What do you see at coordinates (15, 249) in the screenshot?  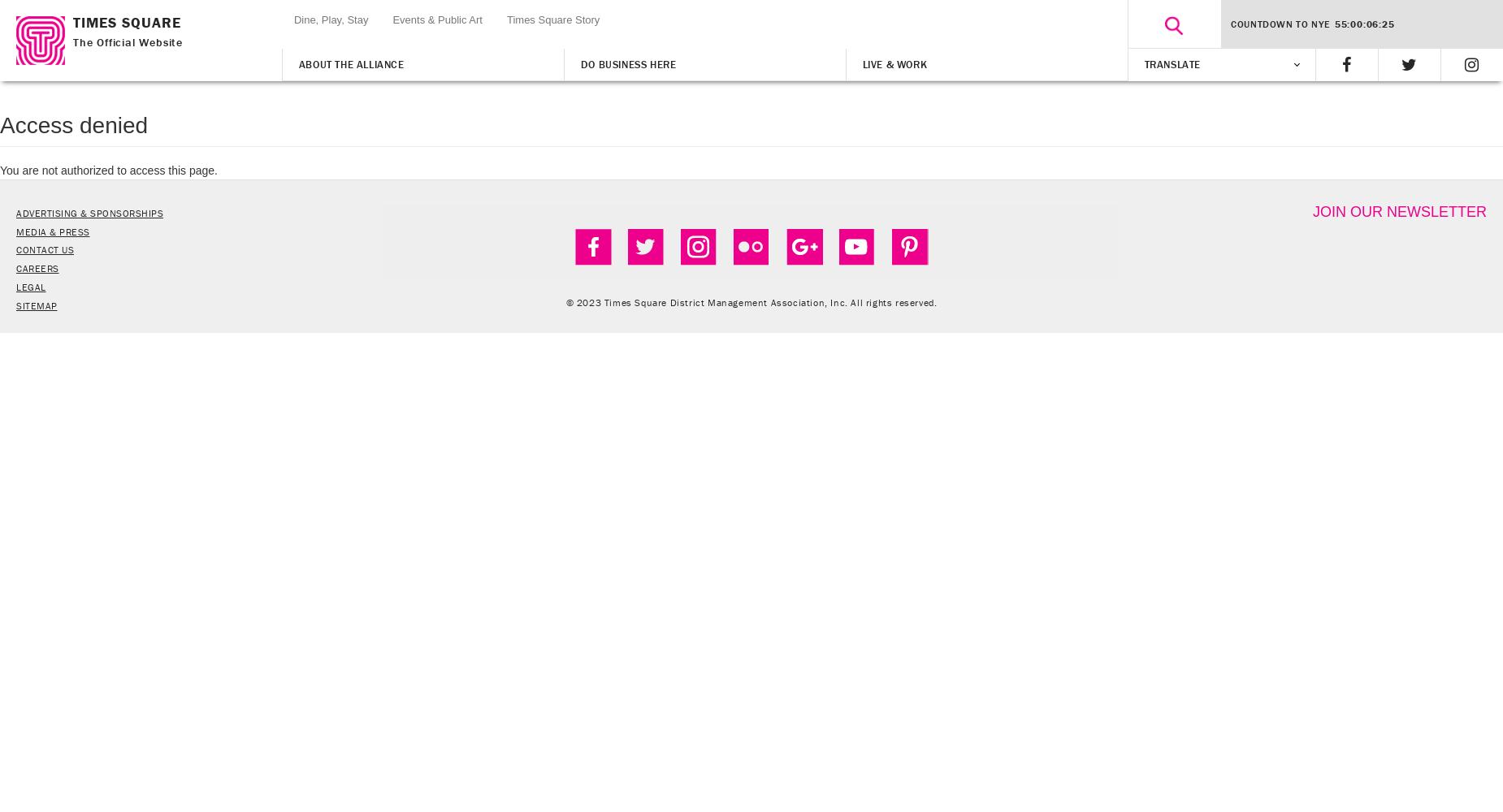 I see `'CONTACT US'` at bounding box center [15, 249].